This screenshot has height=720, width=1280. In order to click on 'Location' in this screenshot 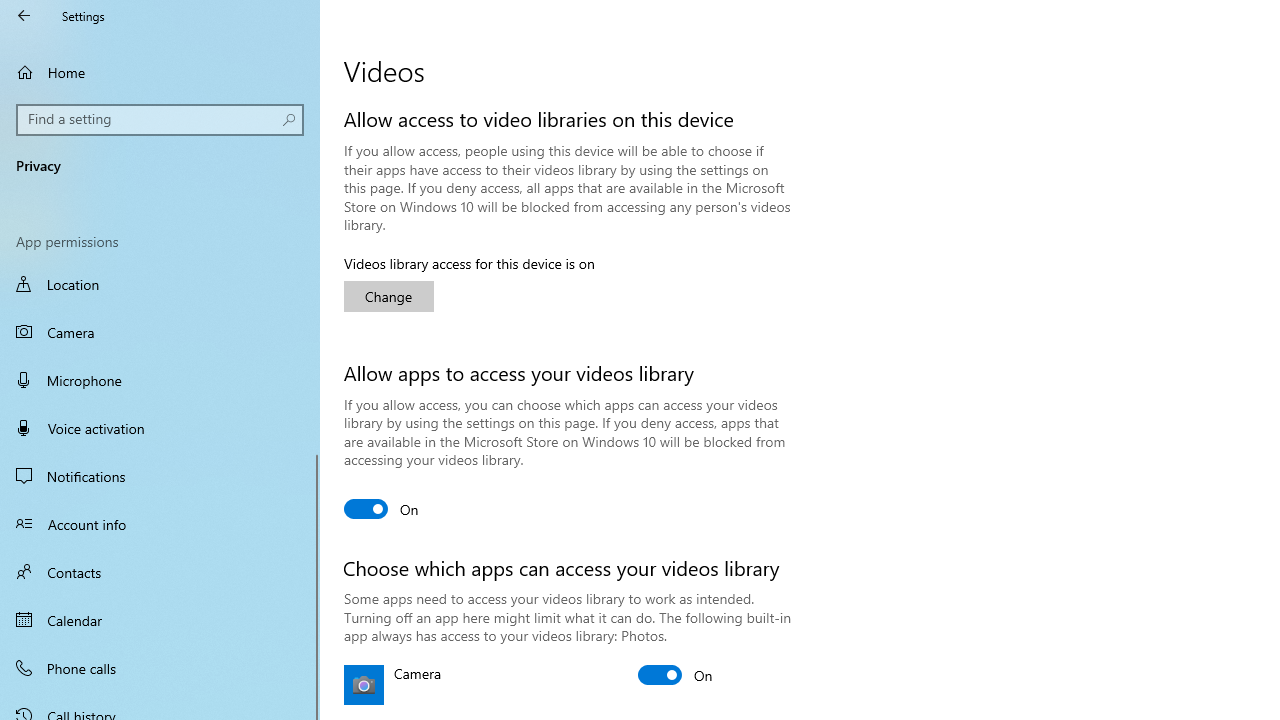, I will do `click(160, 286)`.